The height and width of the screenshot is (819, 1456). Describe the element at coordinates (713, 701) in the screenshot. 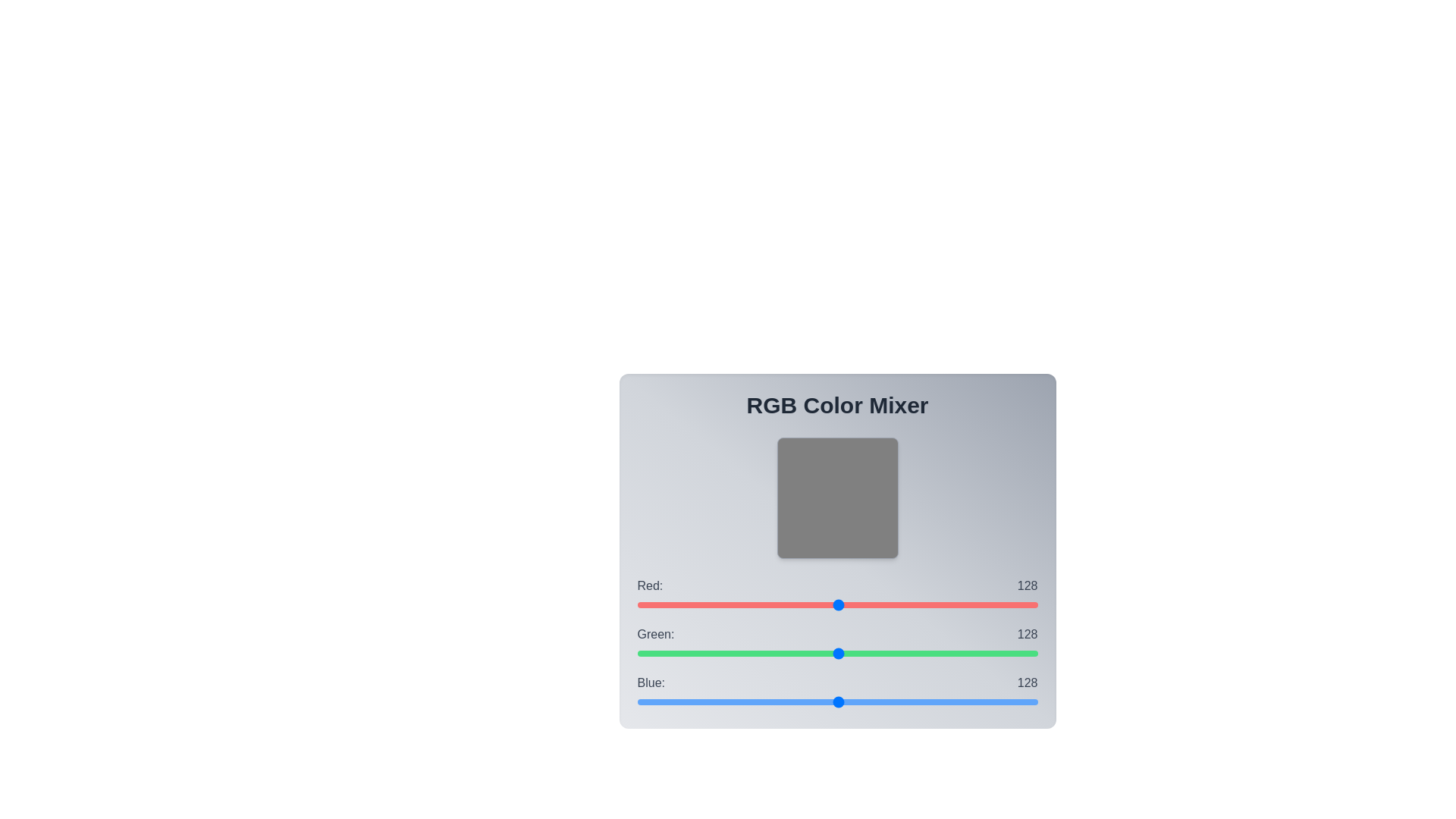

I see `the blue slider to set the blue value to 49` at that location.